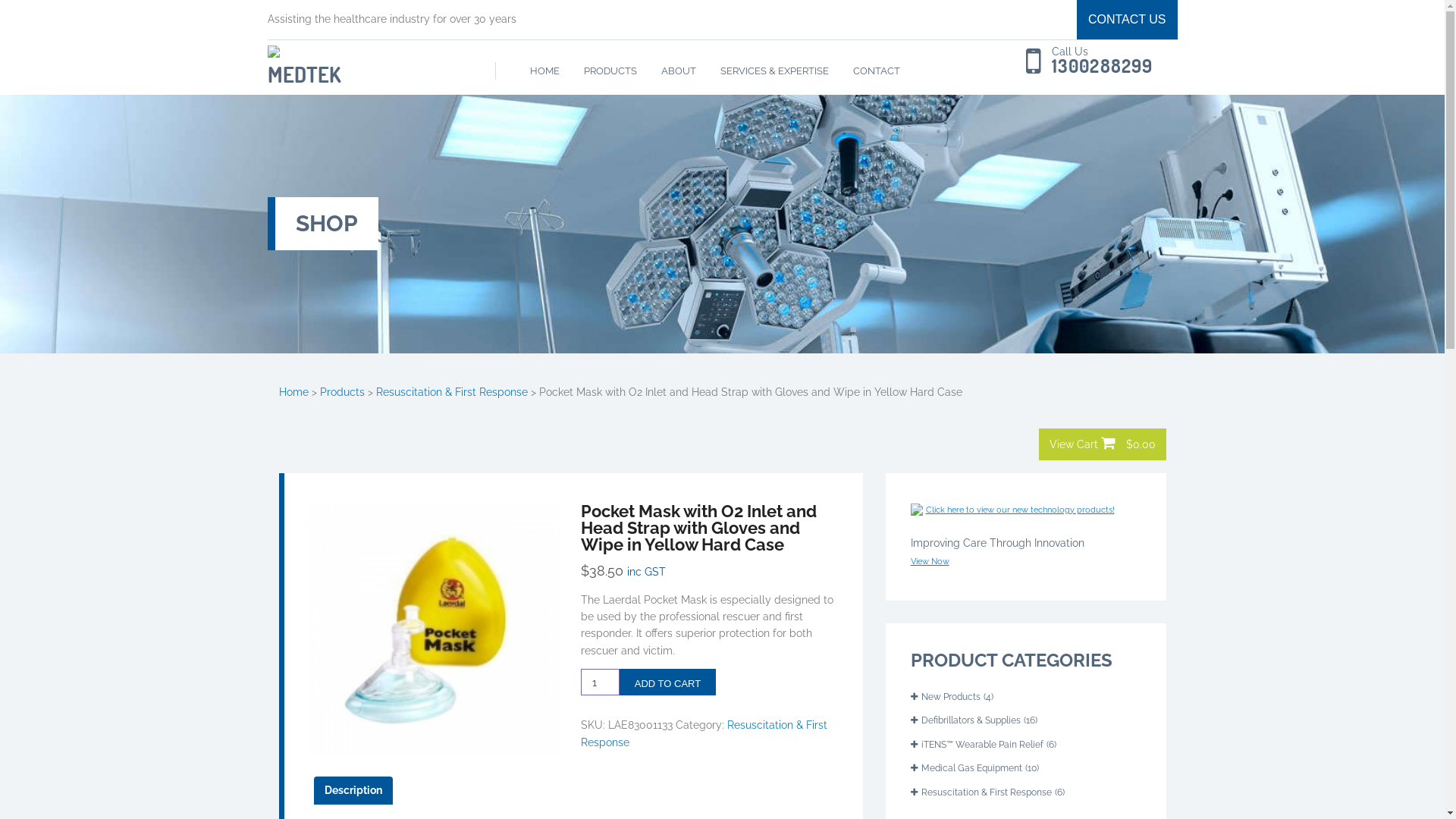  Describe the element at coordinates (599, 681) in the screenshot. I see `'Qty'` at that location.